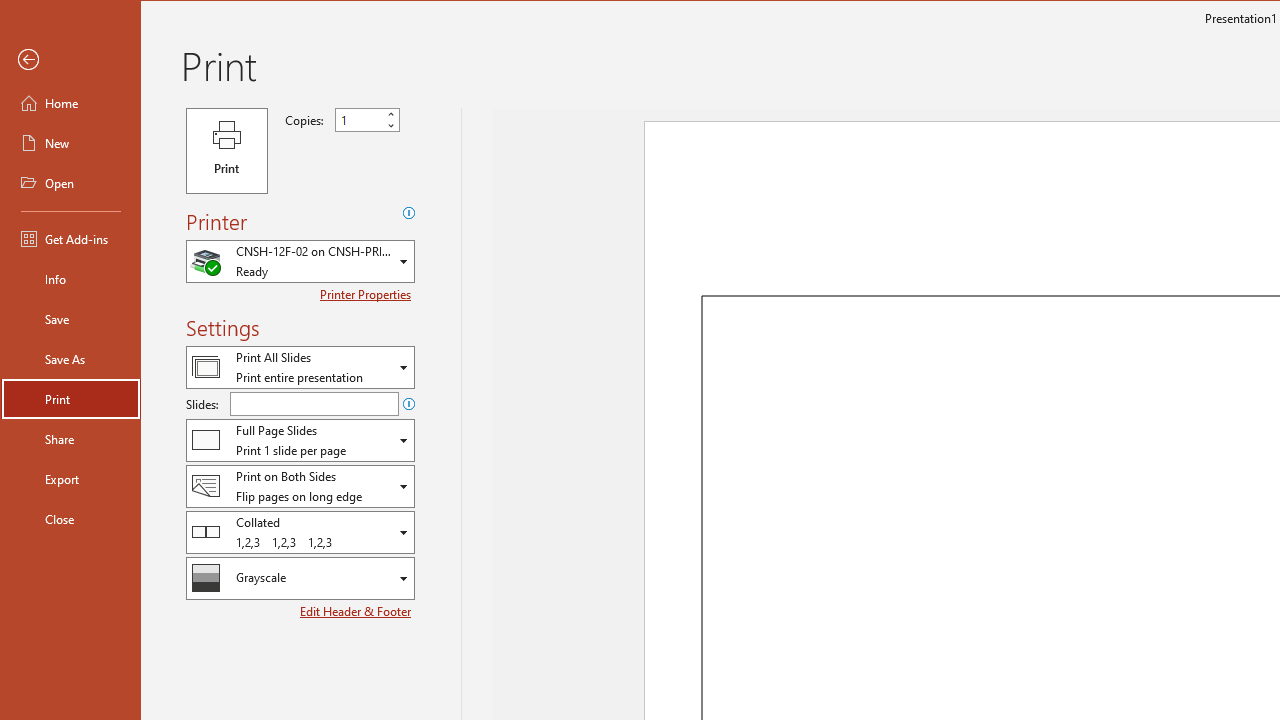 This screenshot has height=720, width=1280. I want to click on 'Two-Sided Printing', so click(299, 486).